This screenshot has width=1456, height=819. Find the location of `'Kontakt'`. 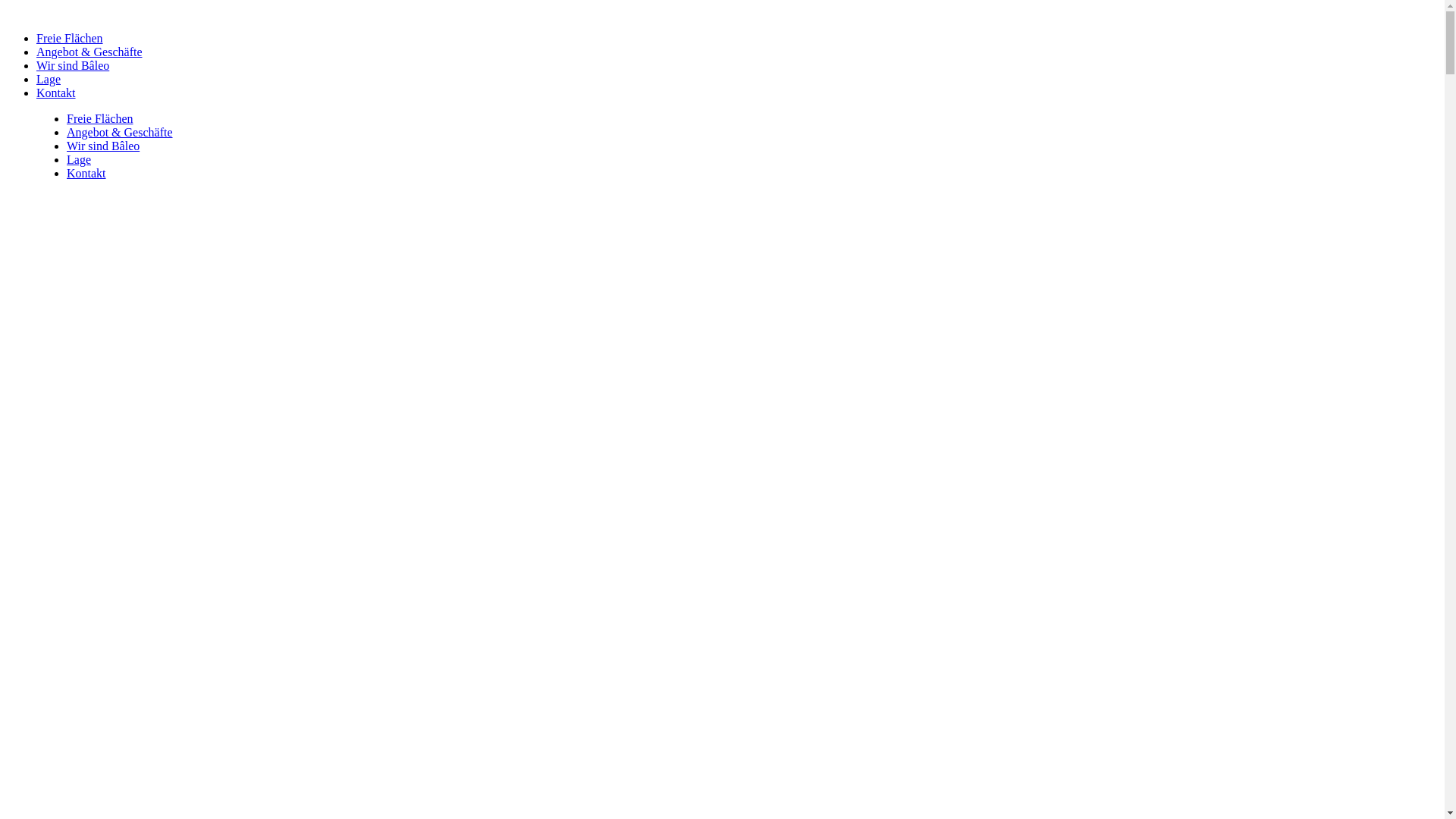

'Kontakt' is located at coordinates (55, 93).